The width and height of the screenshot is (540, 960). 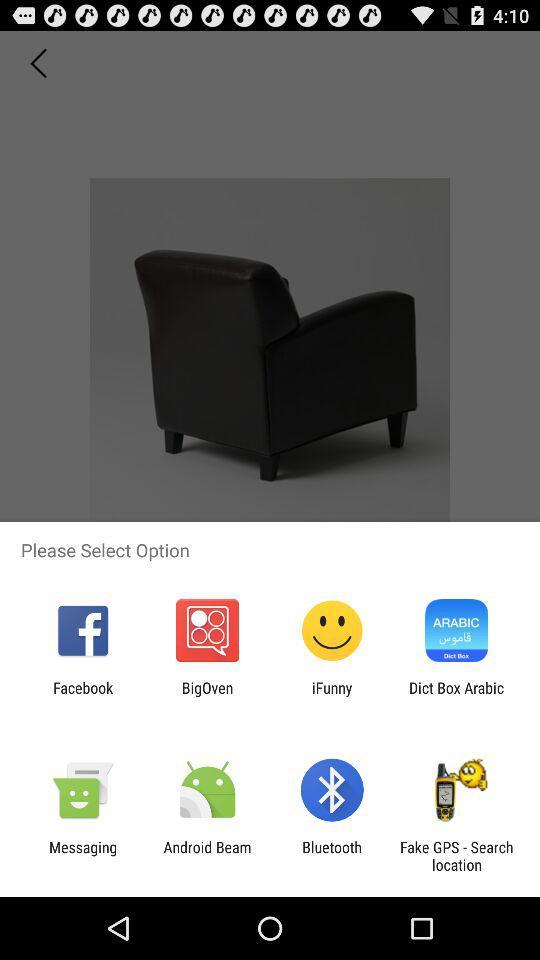 What do you see at coordinates (82, 696) in the screenshot?
I see `the facebook app` at bounding box center [82, 696].